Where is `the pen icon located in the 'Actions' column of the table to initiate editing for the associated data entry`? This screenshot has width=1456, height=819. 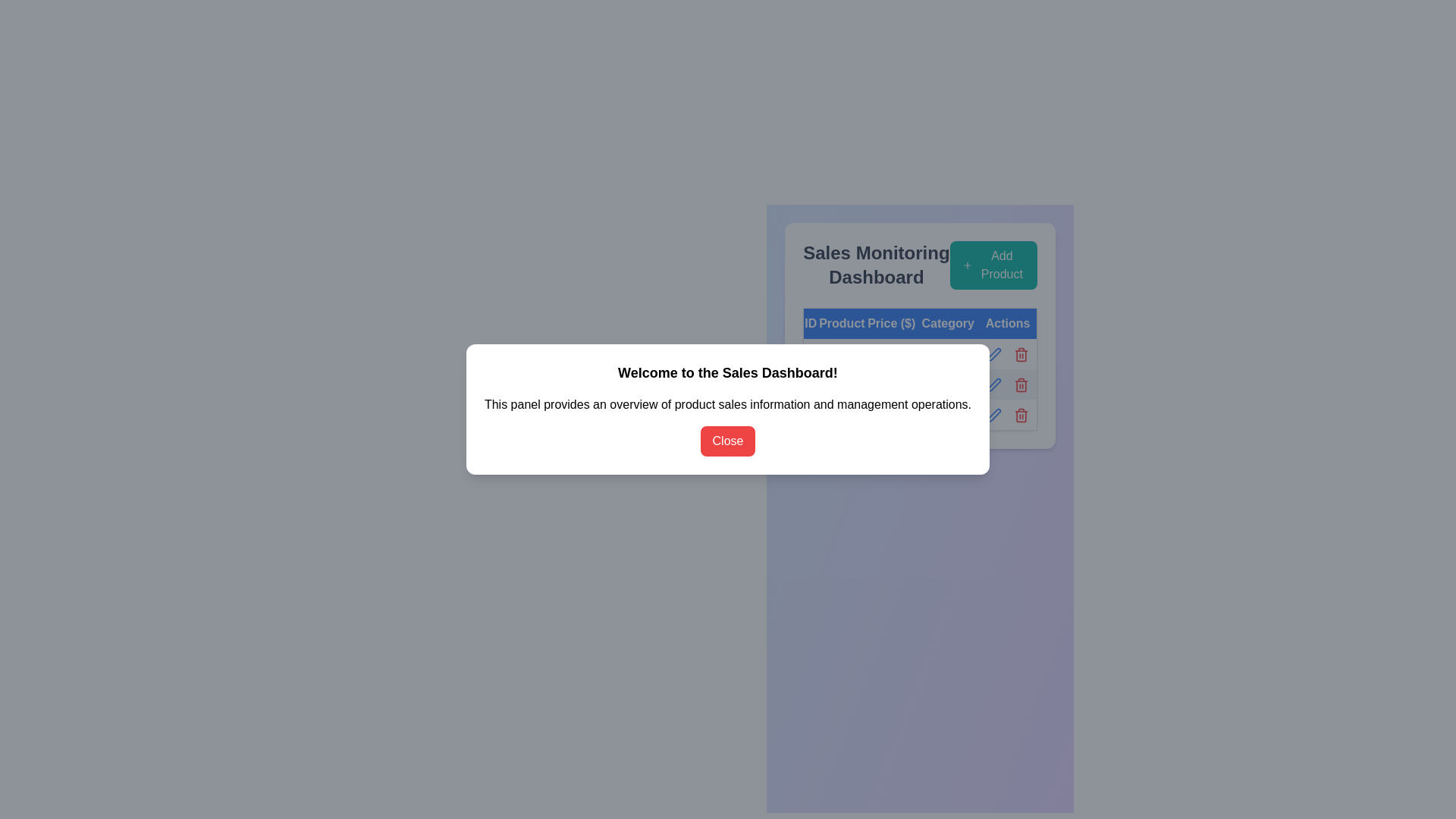 the pen icon located in the 'Actions' column of the table to initiate editing for the associated data entry is located at coordinates (994, 384).